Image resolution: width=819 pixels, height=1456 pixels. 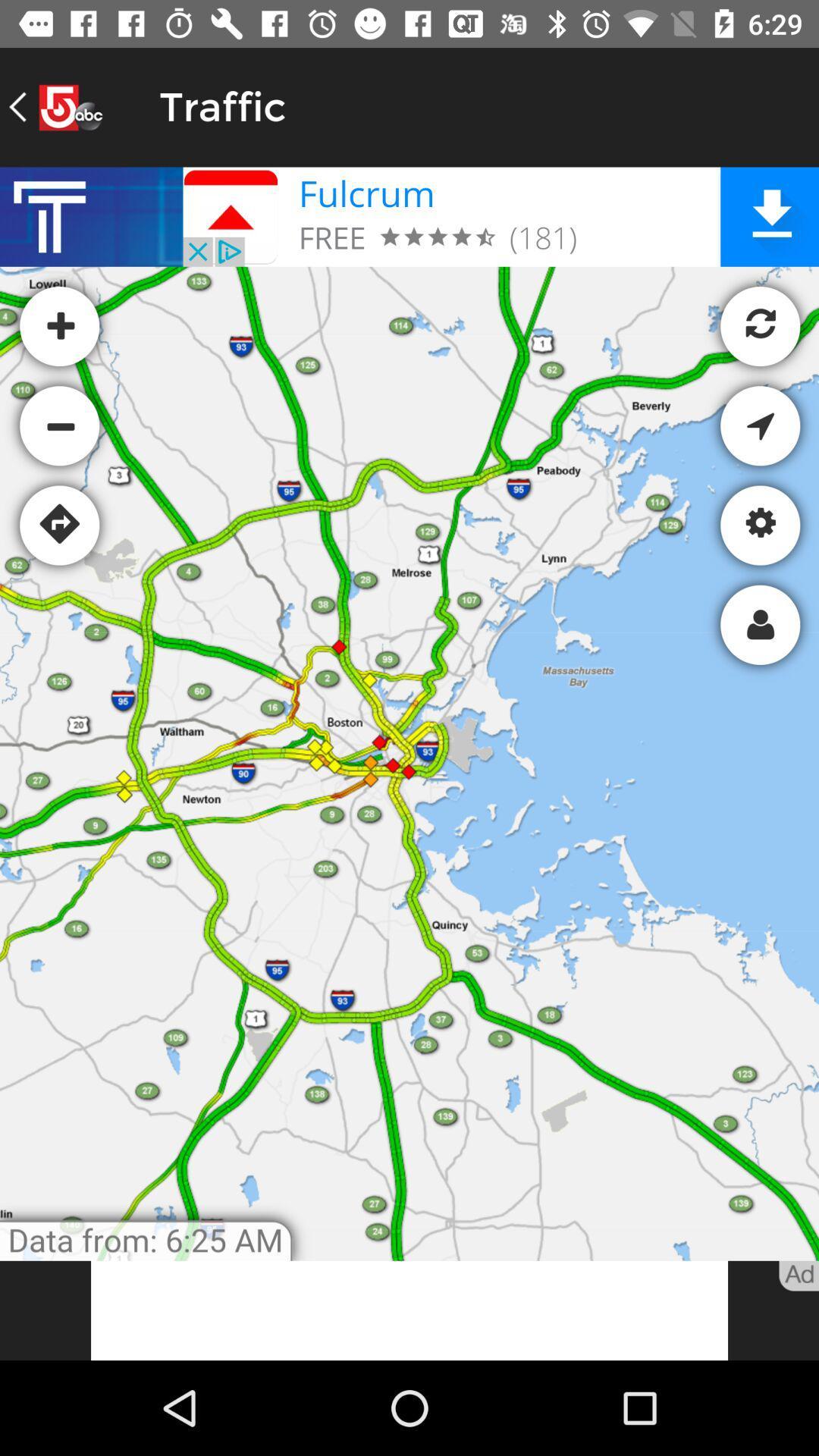 I want to click on click the space bar, so click(x=409, y=1310).